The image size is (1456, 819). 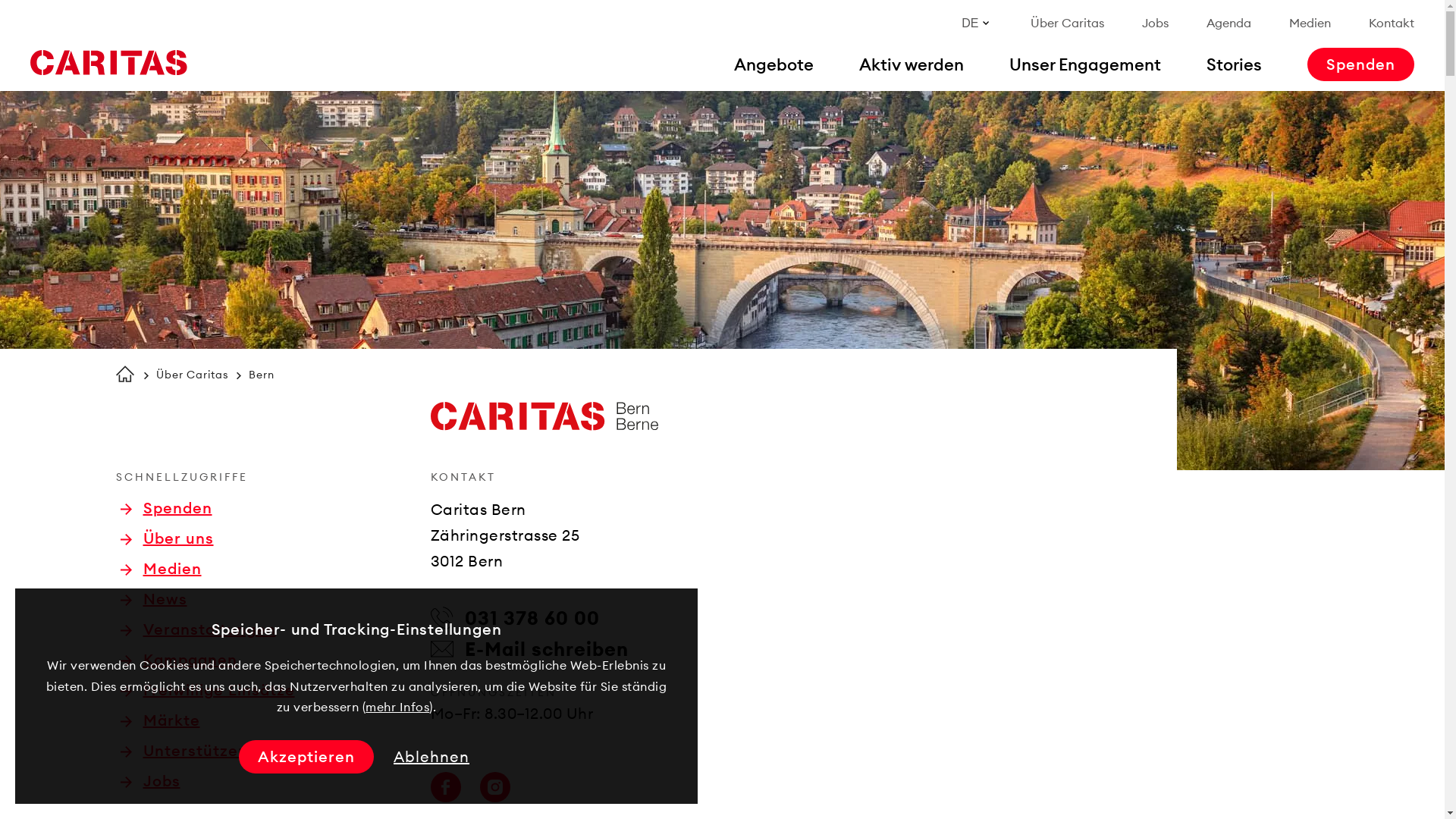 I want to click on 'Angebote', so click(x=773, y=63).